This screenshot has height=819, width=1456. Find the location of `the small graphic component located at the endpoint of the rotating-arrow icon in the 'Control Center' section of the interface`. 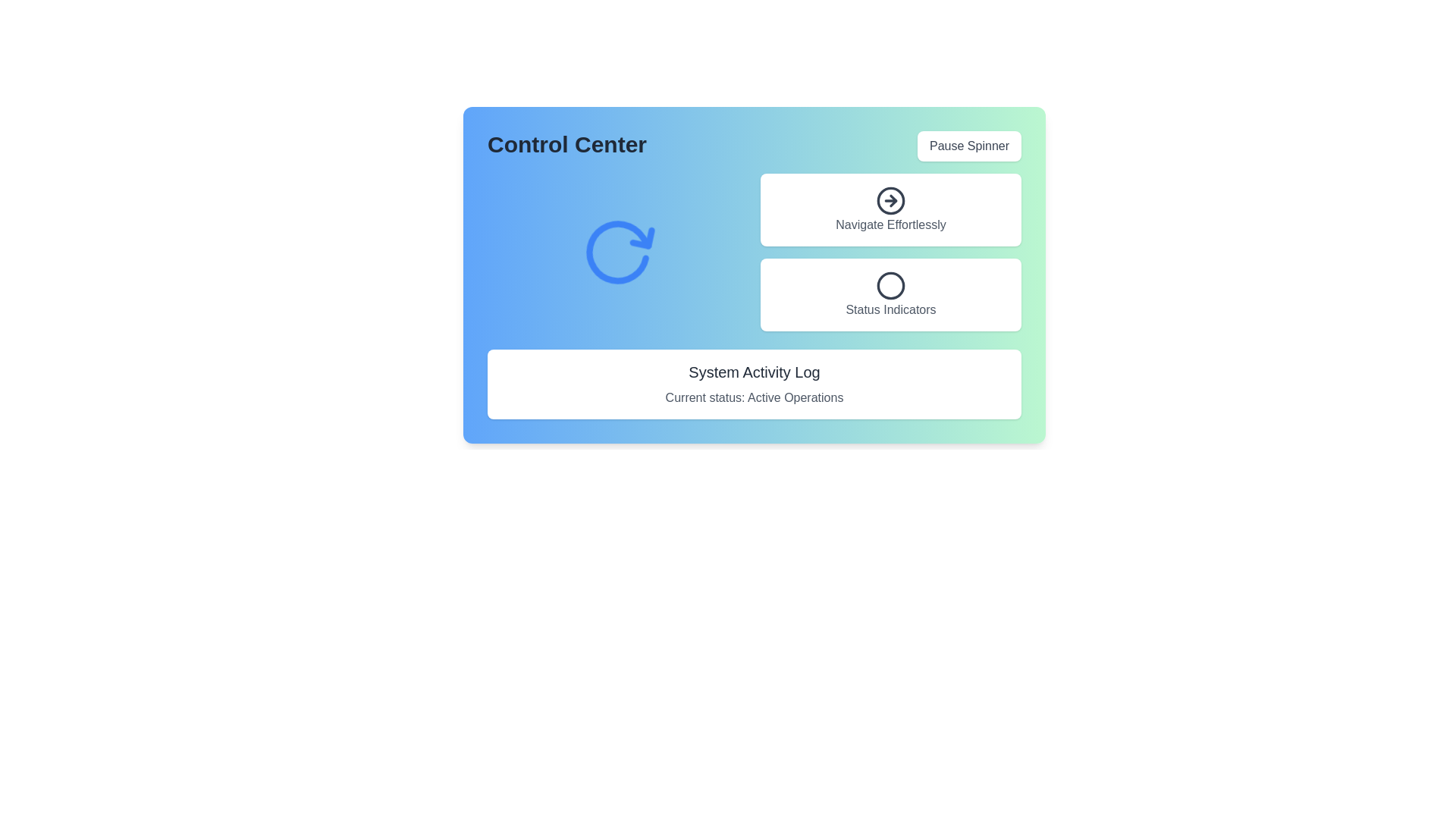

the small graphic component located at the endpoint of the rotating-arrow icon in the 'Control Center' section of the interface is located at coordinates (607, 279).